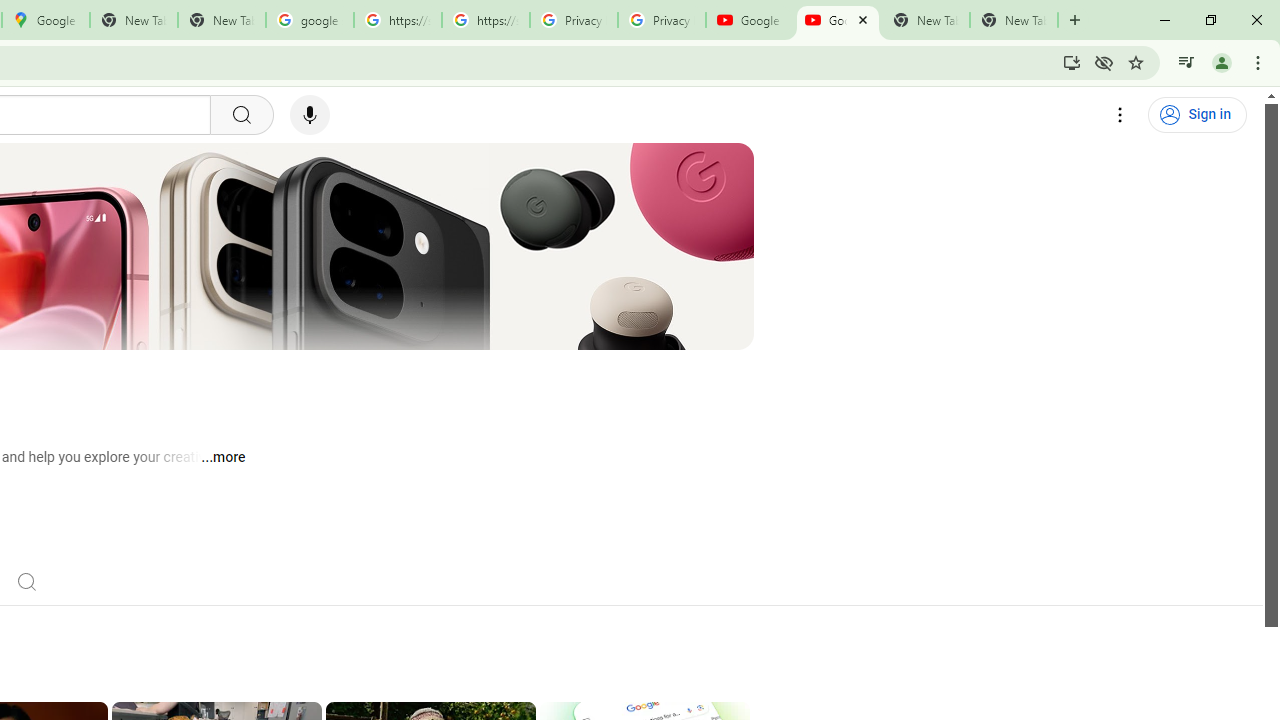 This screenshot has width=1280, height=720. Describe the element at coordinates (1197, 115) in the screenshot. I see `'Sign in'` at that location.